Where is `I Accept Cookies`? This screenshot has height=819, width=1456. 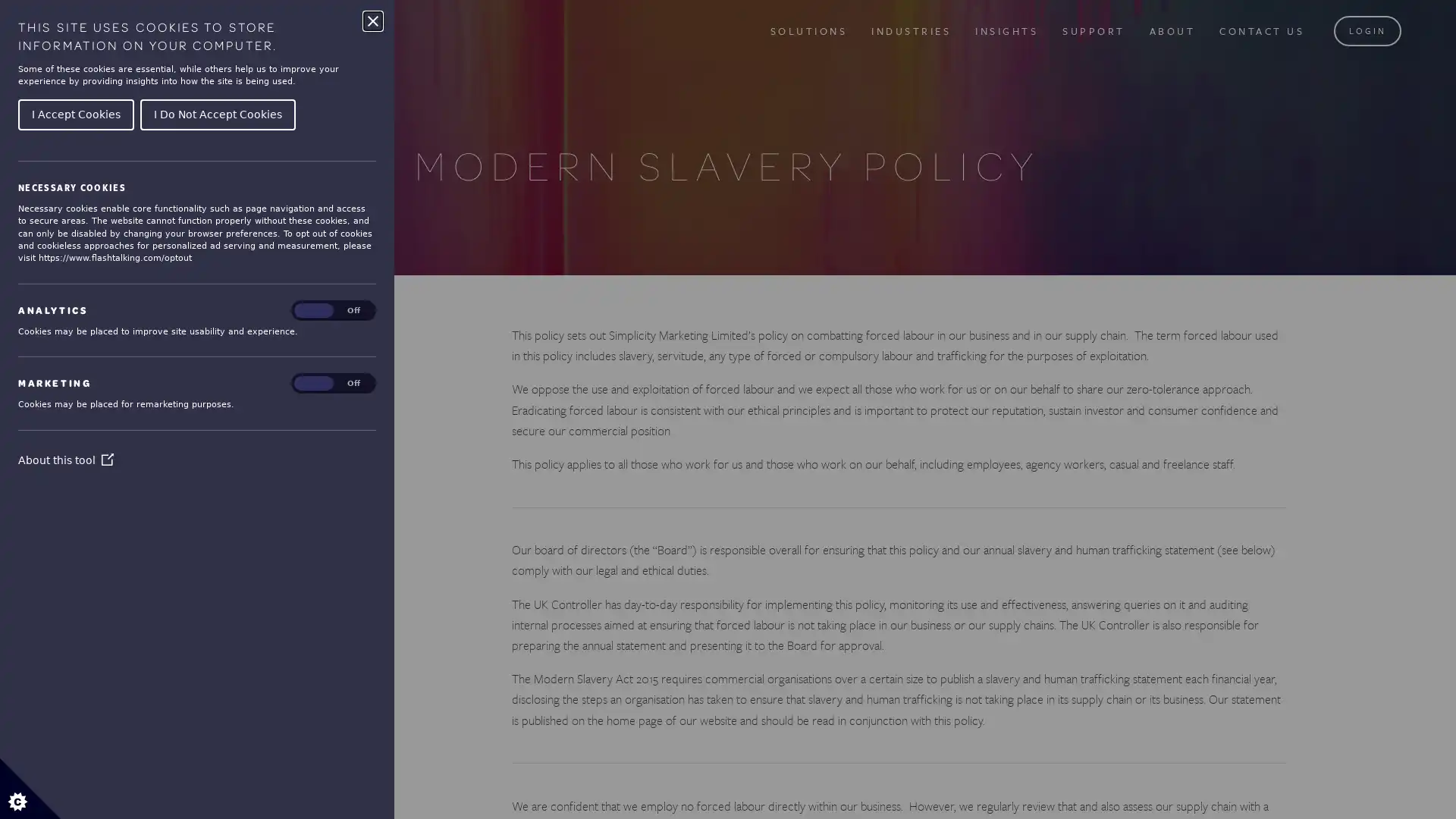
I Accept Cookies is located at coordinates (75, 113).